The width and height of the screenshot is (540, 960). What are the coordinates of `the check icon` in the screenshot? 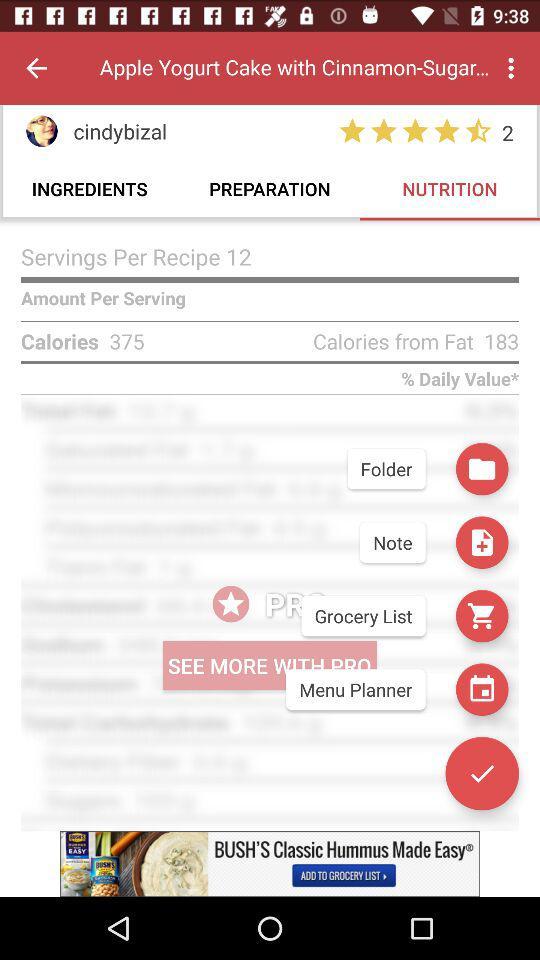 It's located at (481, 772).